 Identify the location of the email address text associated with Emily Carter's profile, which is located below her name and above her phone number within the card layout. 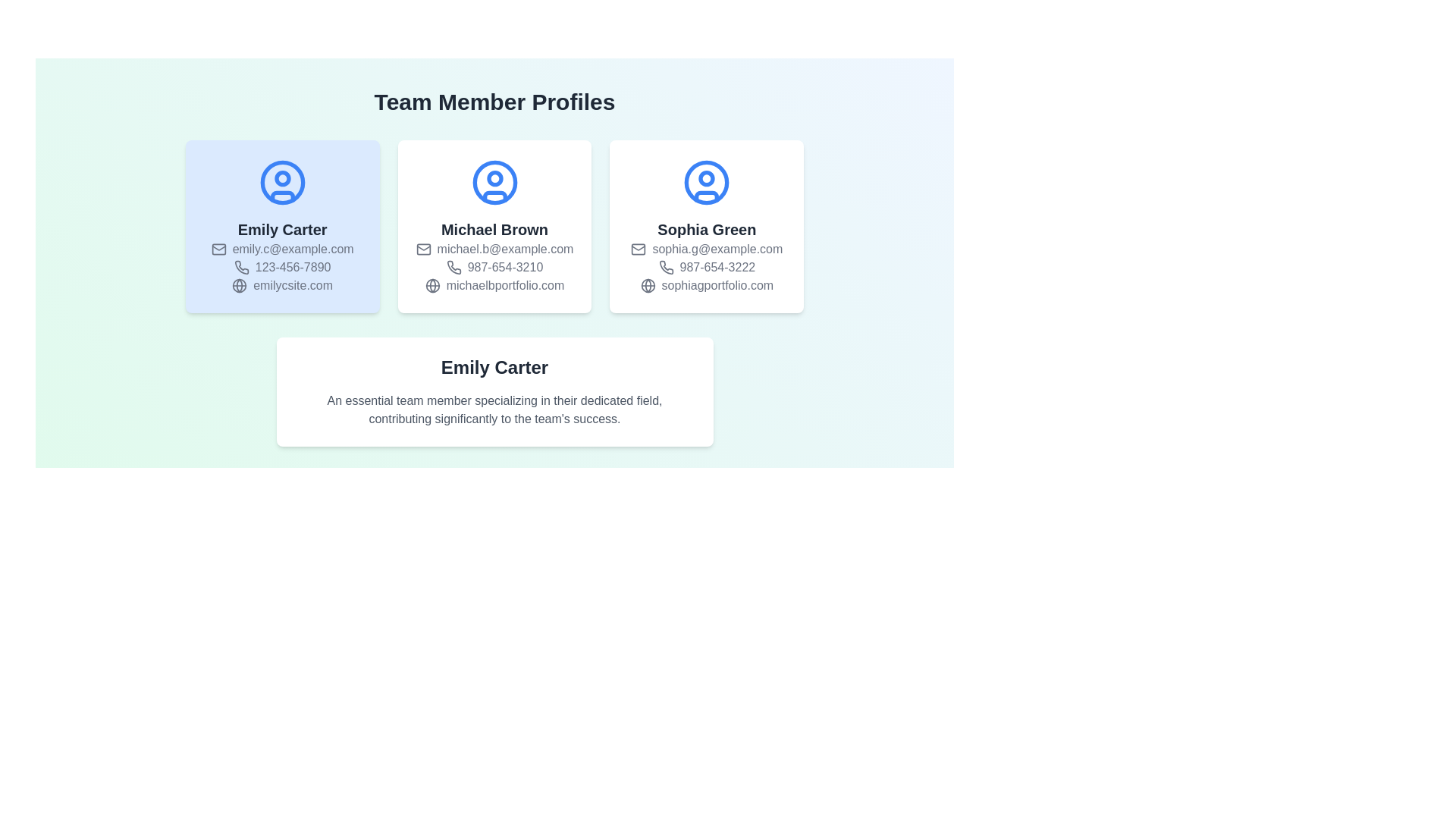
(282, 248).